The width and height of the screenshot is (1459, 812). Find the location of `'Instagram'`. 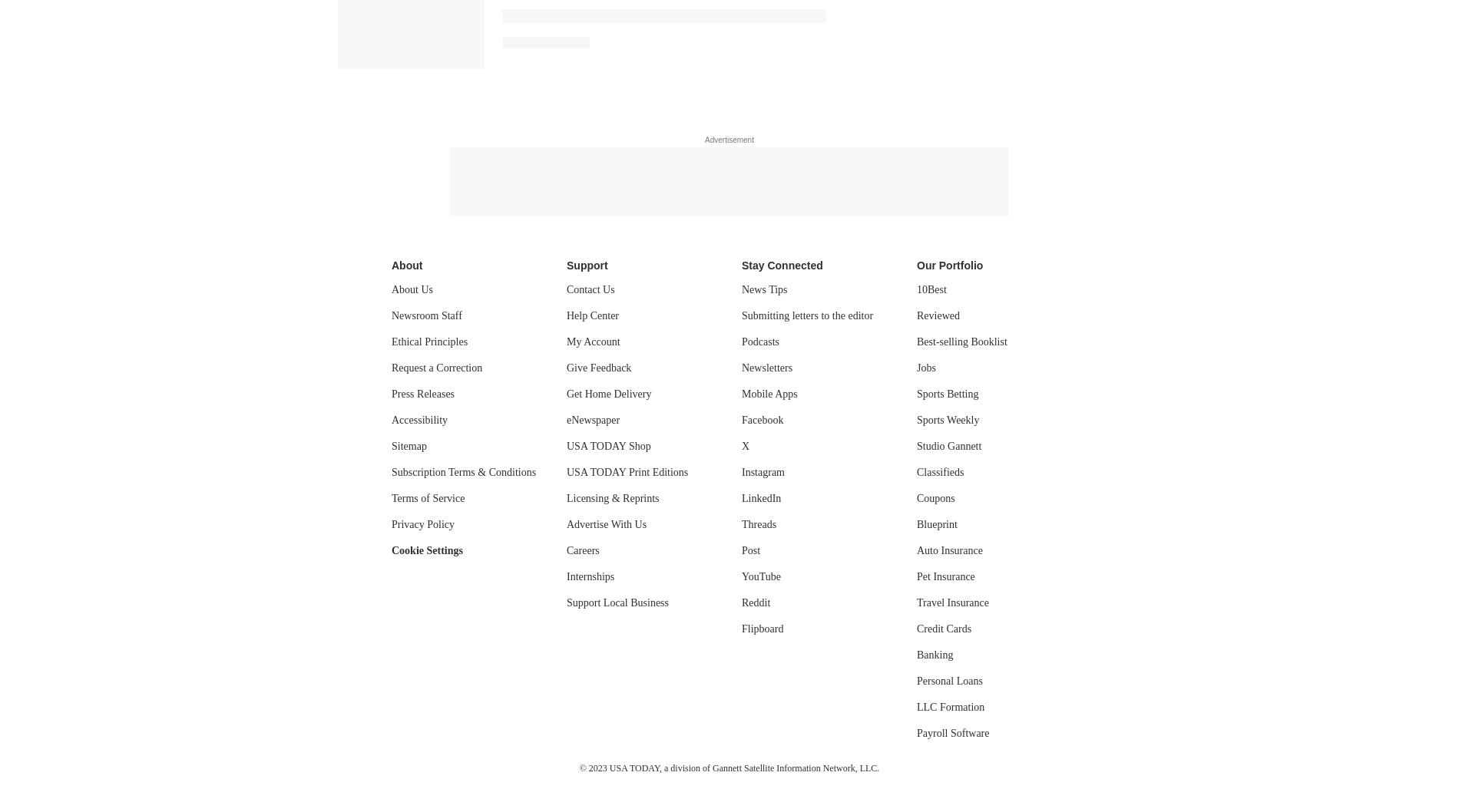

'Instagram' is located at coordinates (763, 472).